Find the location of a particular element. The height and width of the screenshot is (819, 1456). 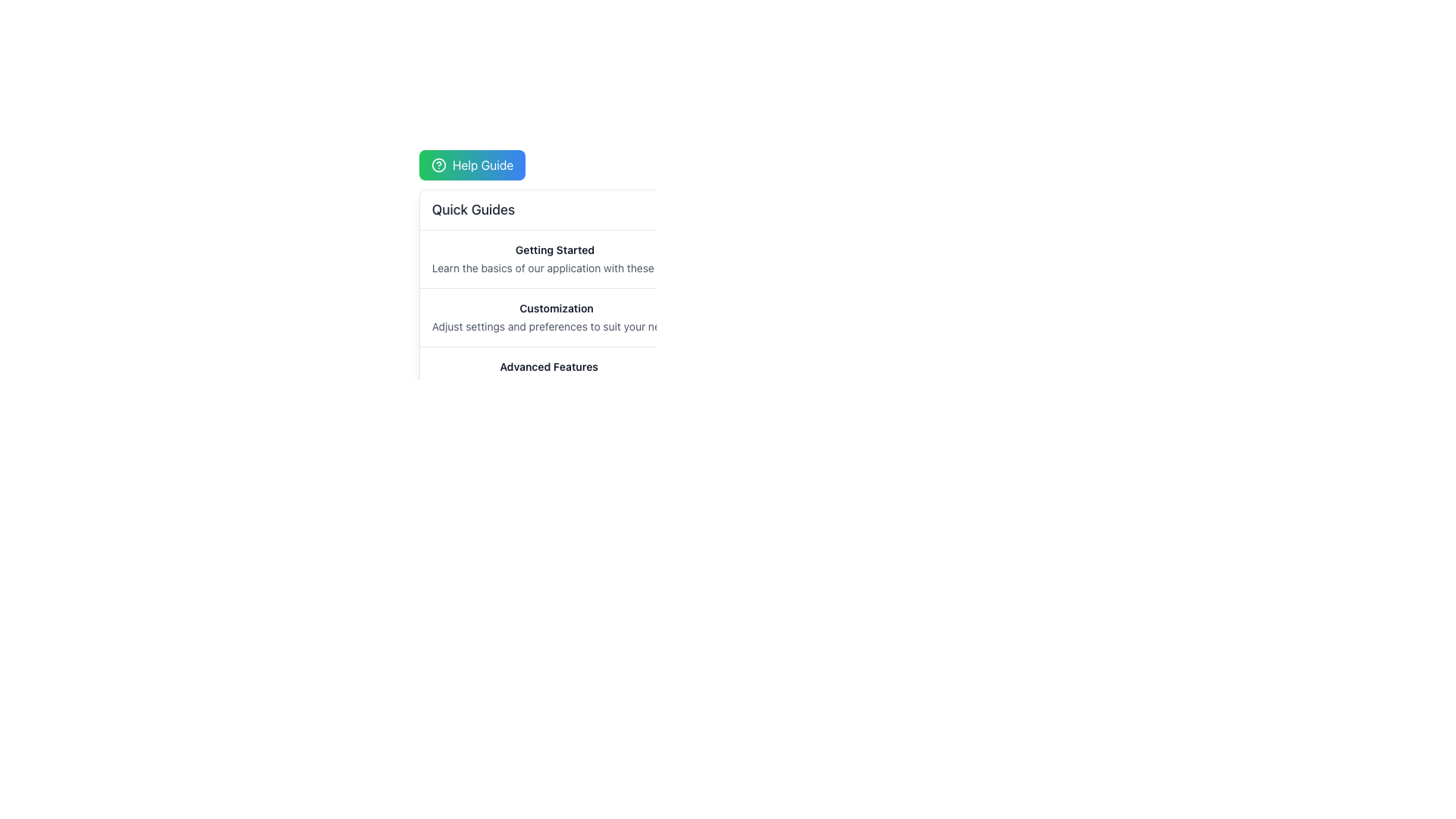

the Text Label providing supplementary information about the 'Getting Started' section, located below the 'Getting Started' text within the 'Quick Guides' section is located at coordinates (554, 268).